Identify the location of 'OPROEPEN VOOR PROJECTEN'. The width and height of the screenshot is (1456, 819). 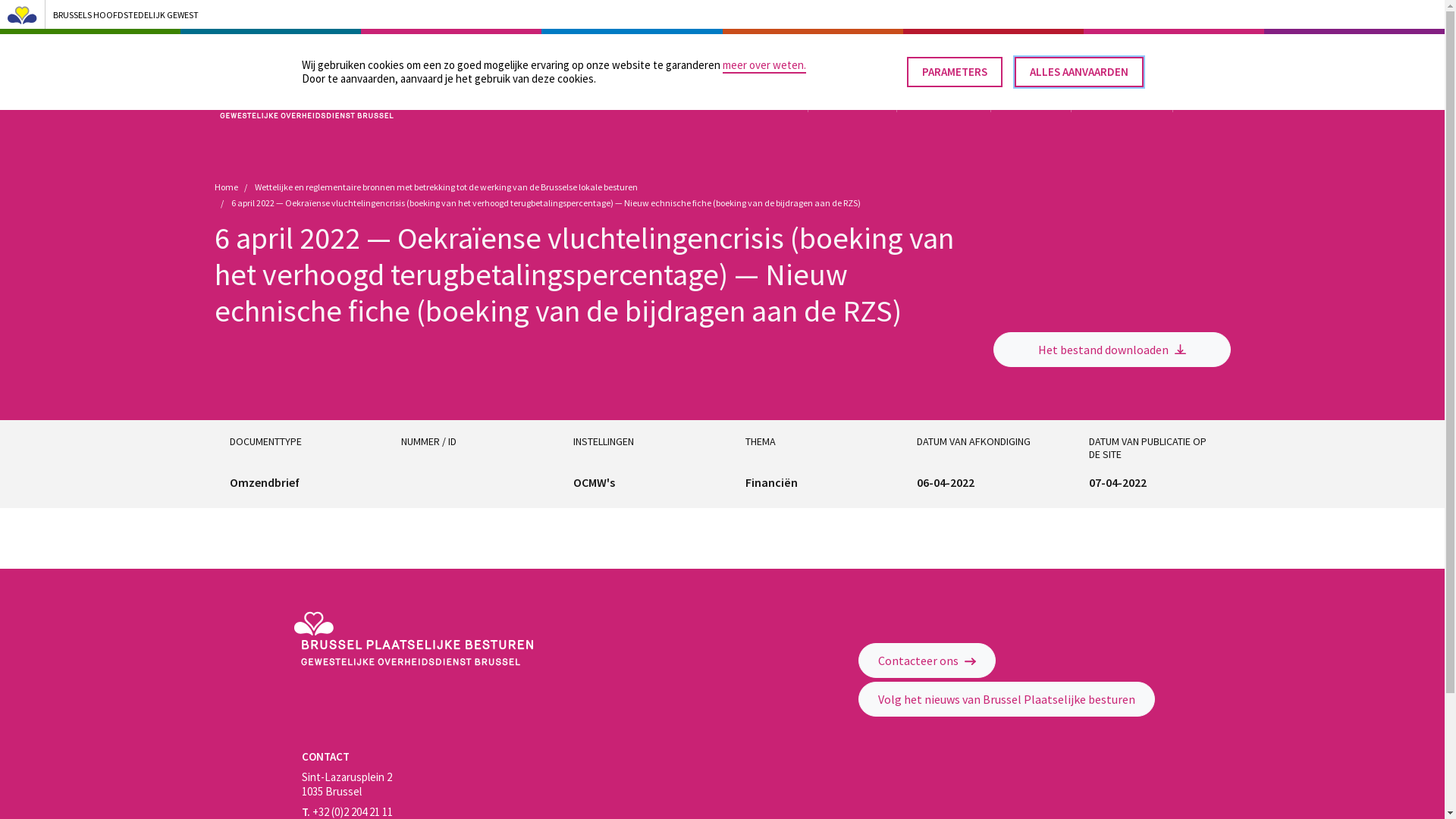
(908, 55).